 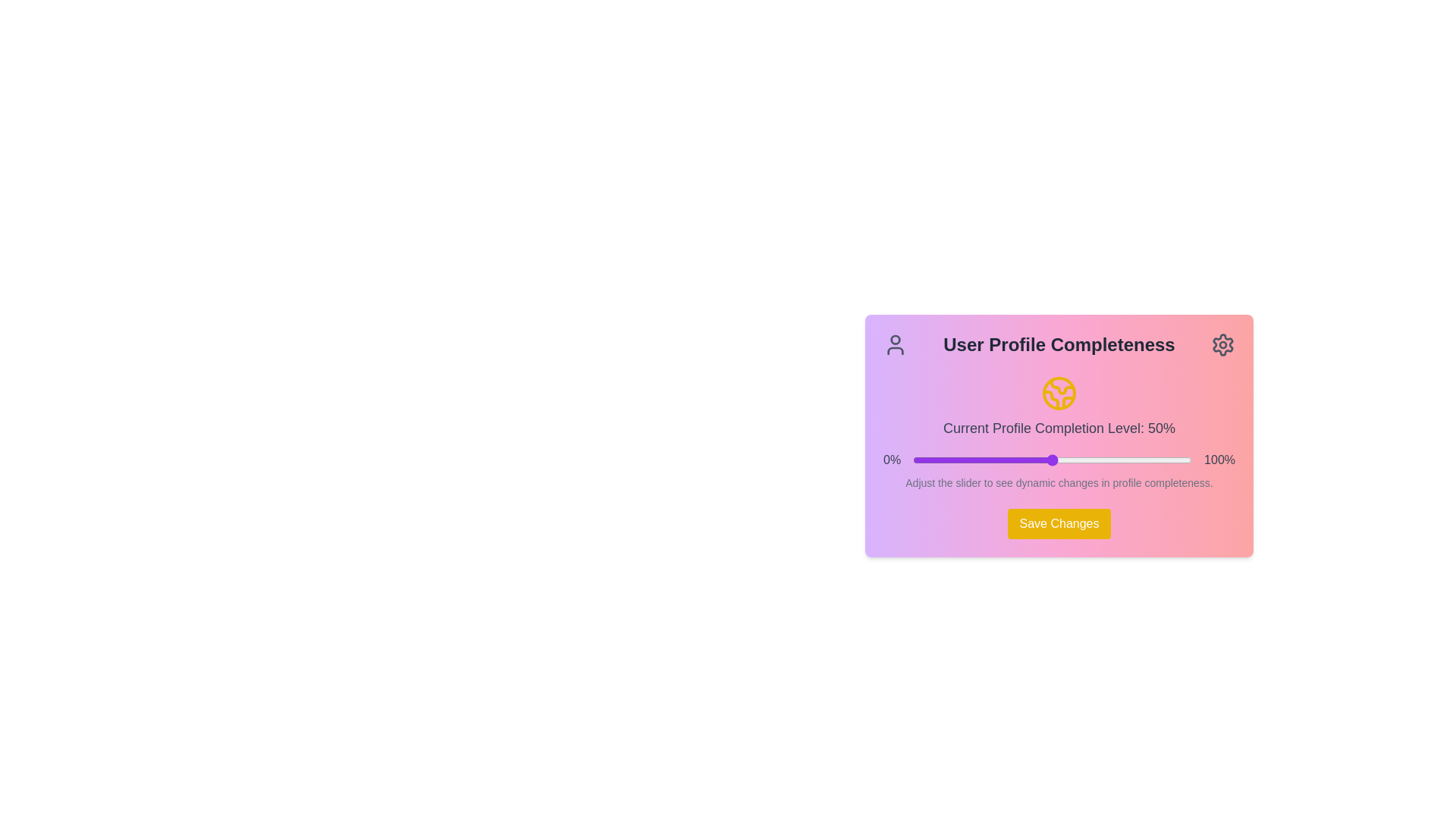 I want to click on the static informational header labeled 'User Profile Completeness' which is located at the top of the panel and has user and settings icons on either side, so click(x=1058, y=345).